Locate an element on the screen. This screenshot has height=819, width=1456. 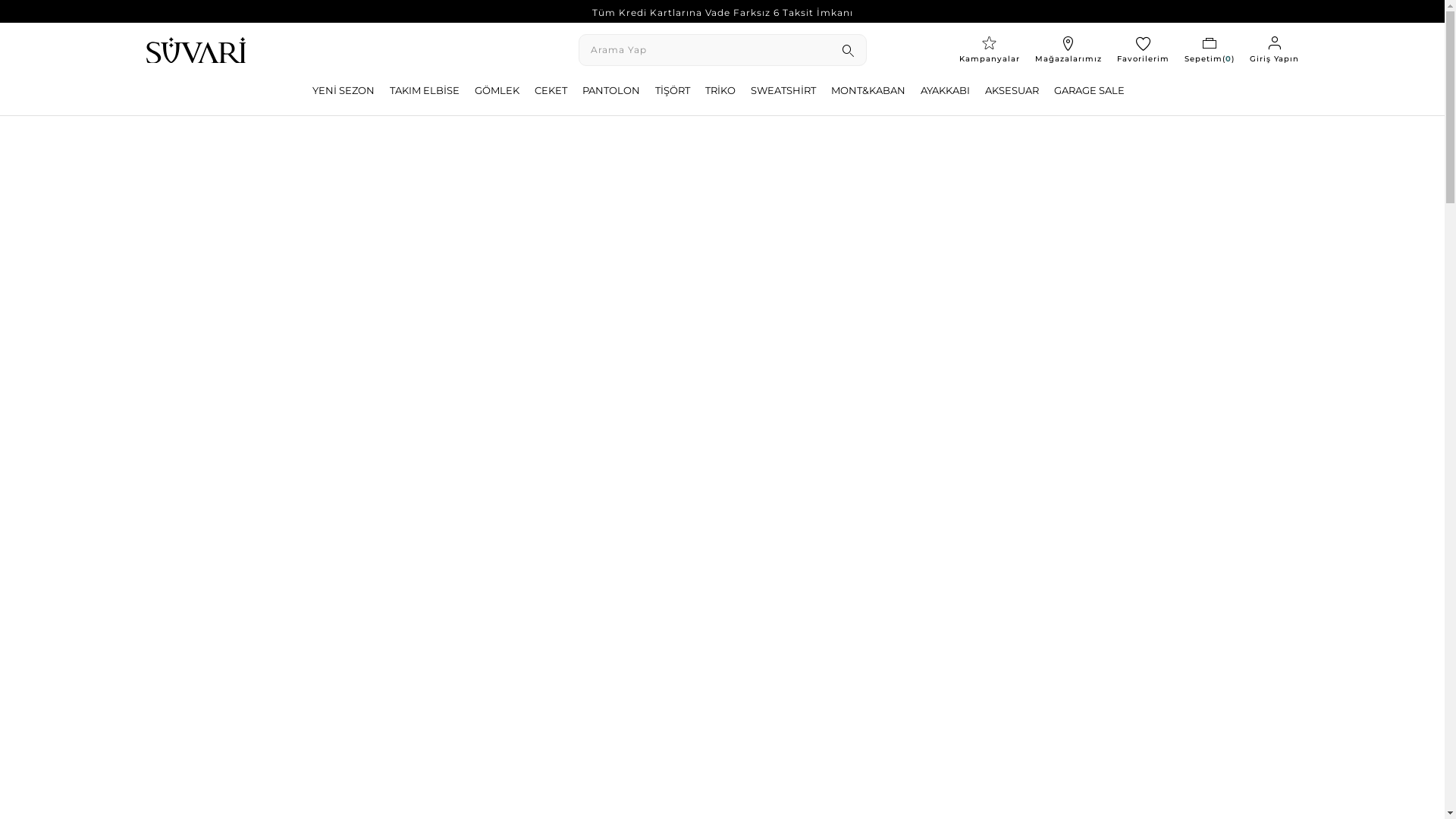
'PANTOLON' is located at coordinates (611, 90).